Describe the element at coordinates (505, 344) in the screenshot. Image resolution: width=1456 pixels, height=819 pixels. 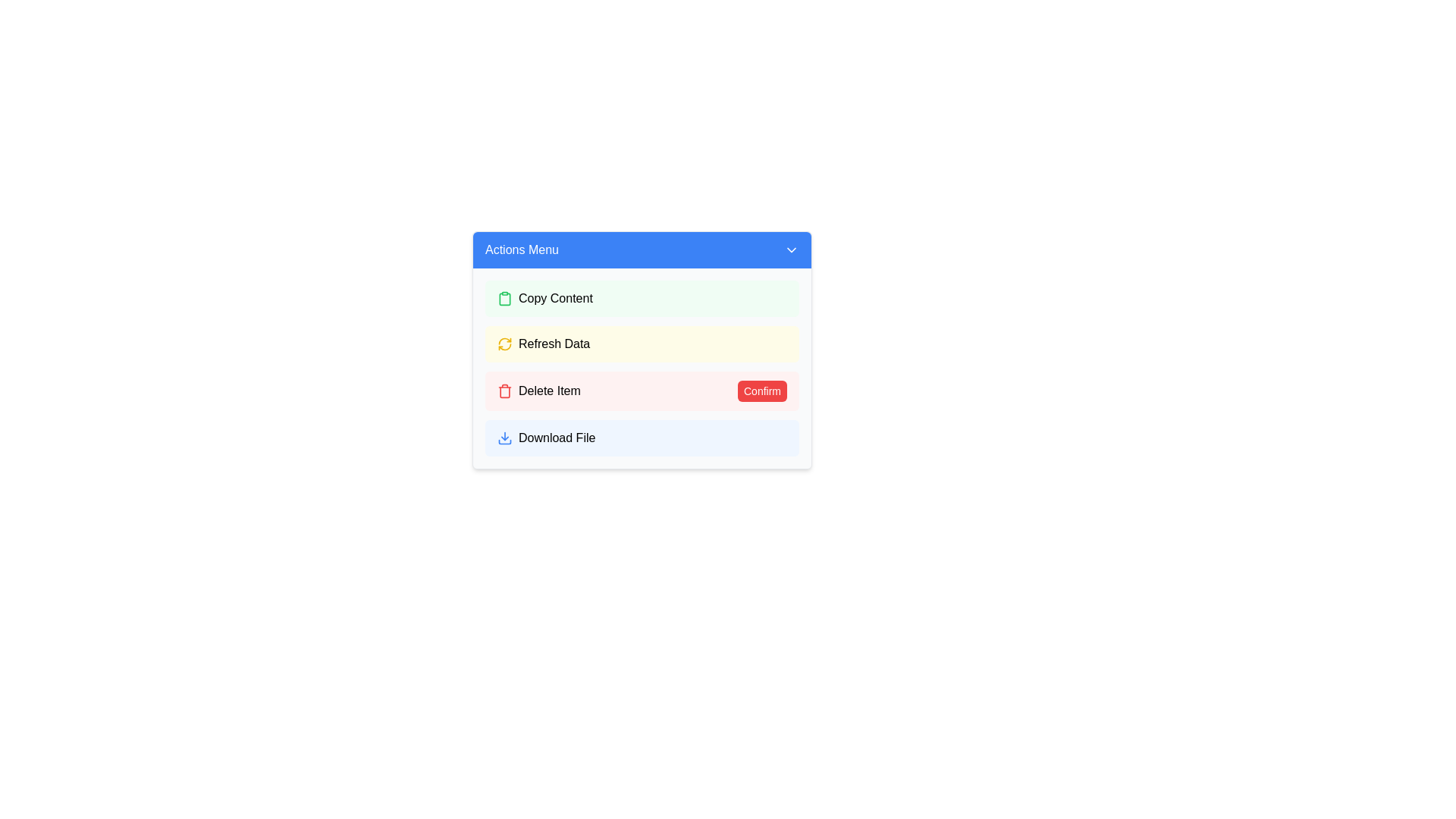
I see `the refresh icon, which is a circular arrow symbol with a yellow hue, located to the left of the 'Refresh Data' button` at that location.